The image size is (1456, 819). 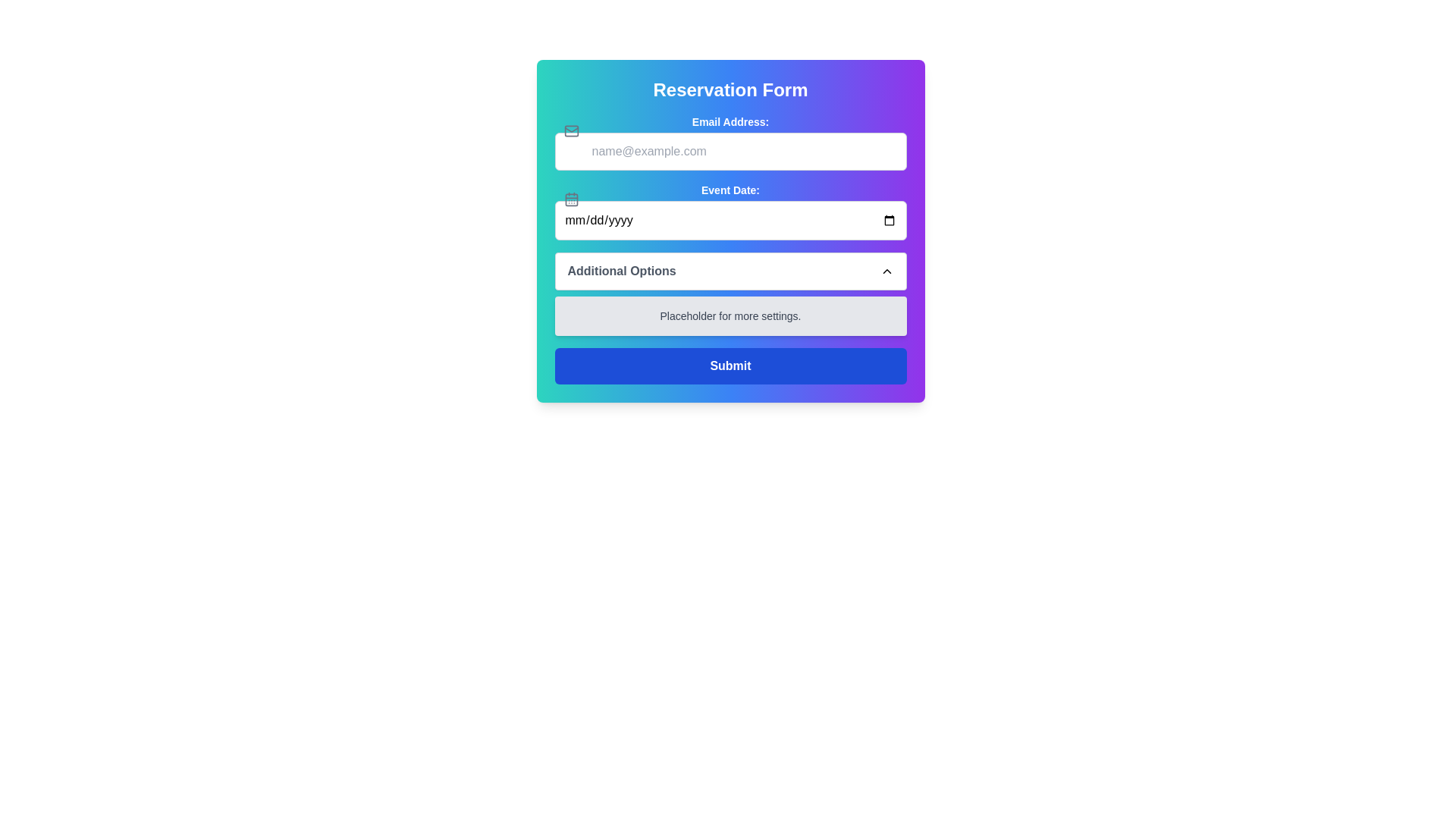 What do you see at coordinates (730, 231) in the screenshot?
I see `the Date Input Field located below the 'Email Address' input field` at bounding box center [730, 231].